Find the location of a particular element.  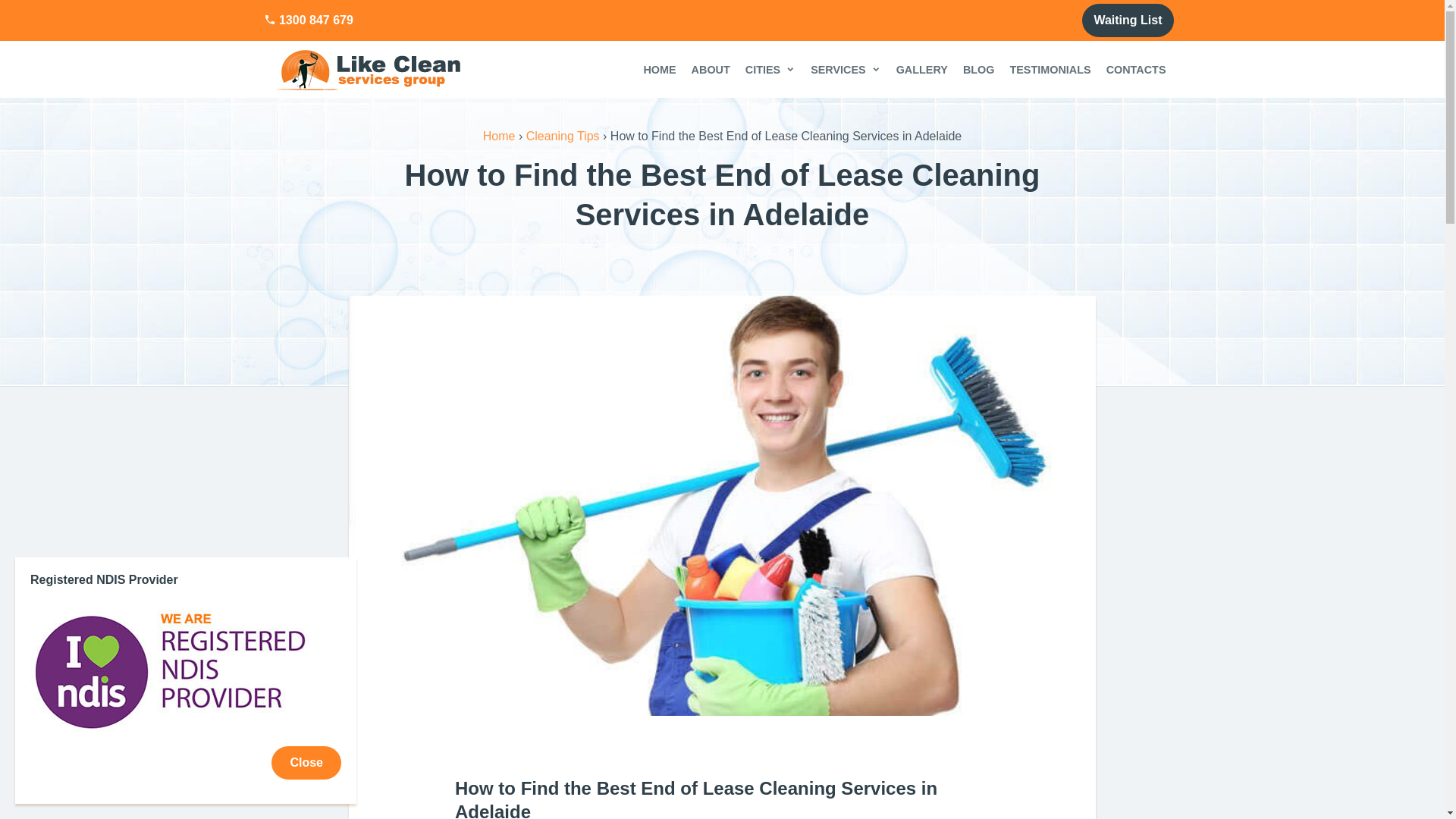

'SERVICES' is located at coordinates (845, 69).